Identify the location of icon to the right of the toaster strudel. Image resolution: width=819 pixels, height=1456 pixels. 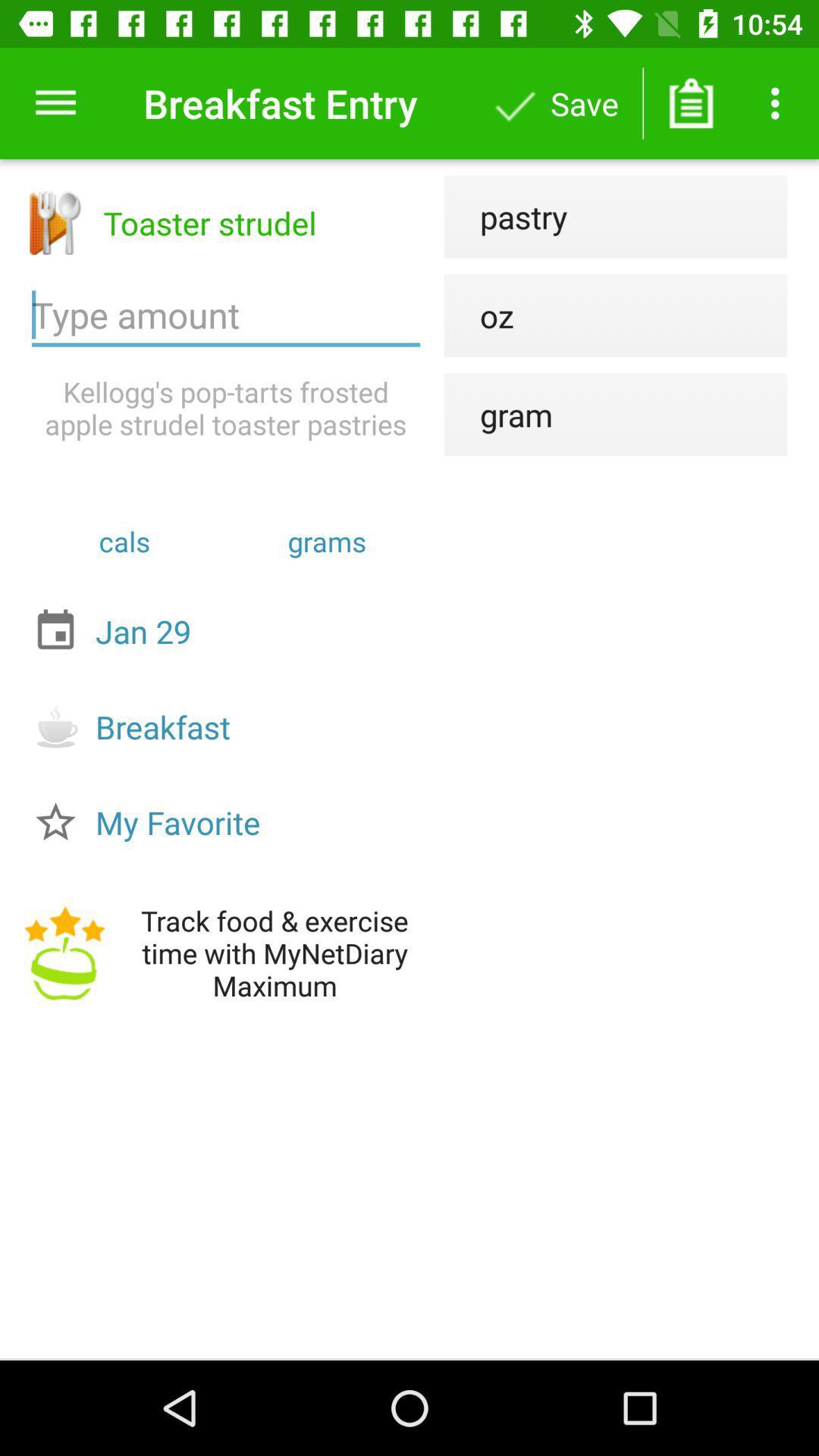
(506, 215).